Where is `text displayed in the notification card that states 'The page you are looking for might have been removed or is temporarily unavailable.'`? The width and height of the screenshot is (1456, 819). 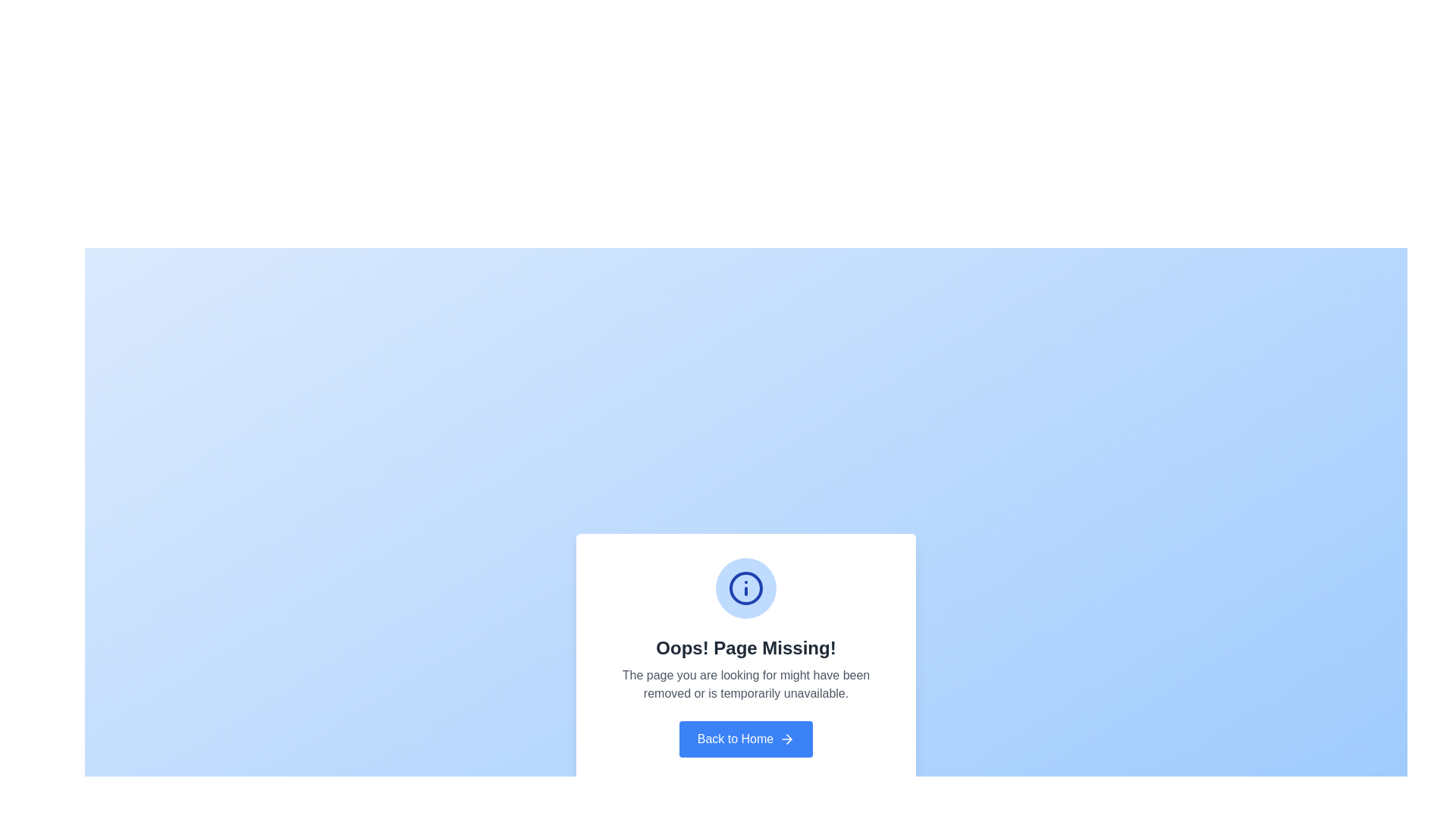
text displayed in the notification card that states 'The page you are looking for might have been removed or is temporarily unavailable.' is located at coordinates (745, 684).